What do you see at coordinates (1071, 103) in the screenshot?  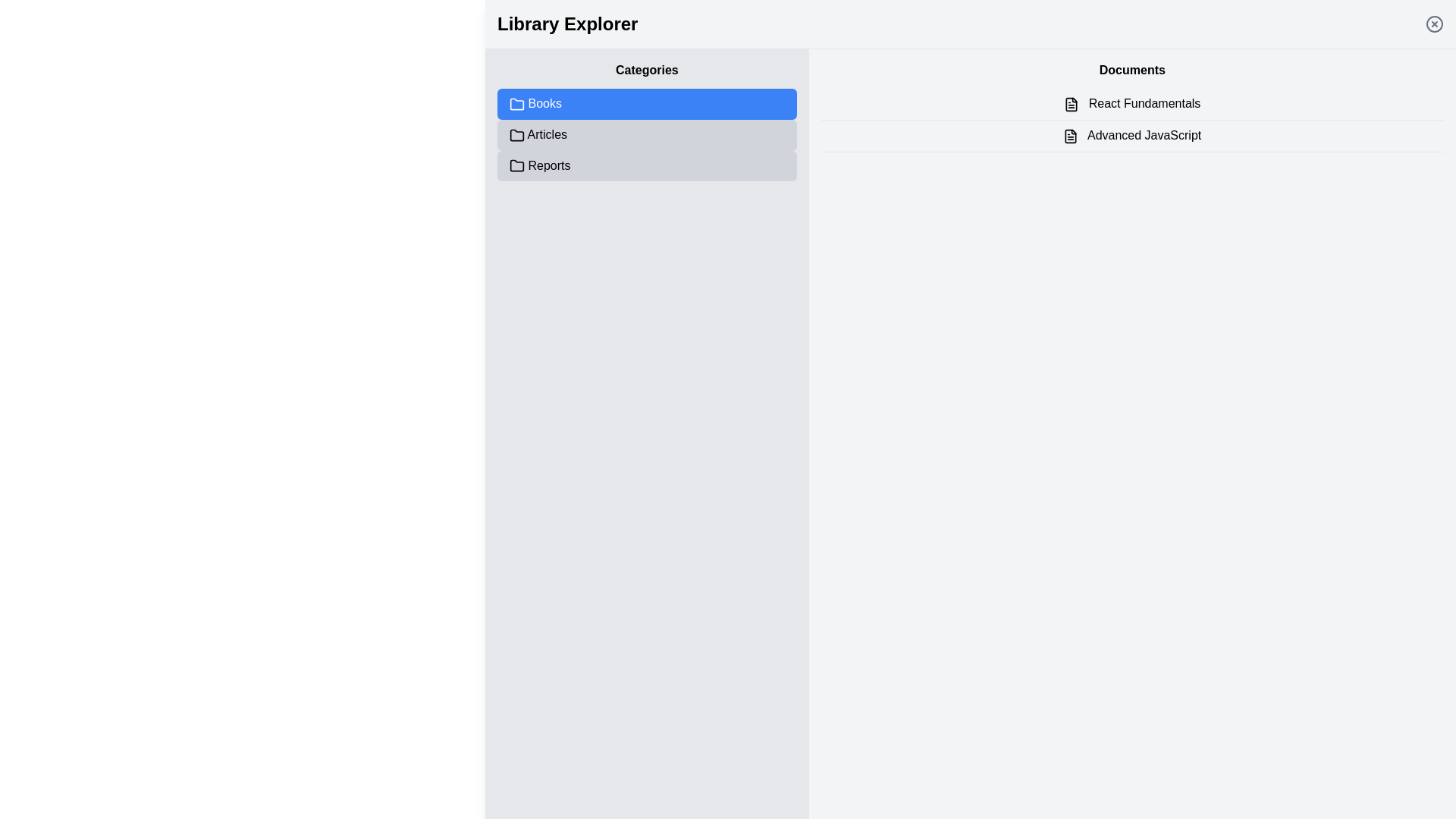 I see `the icon representing 'React Fundamentals' located to the left of the corresponding text in the 'Documents' section of the right panel` at bounding box center [1071, 103].